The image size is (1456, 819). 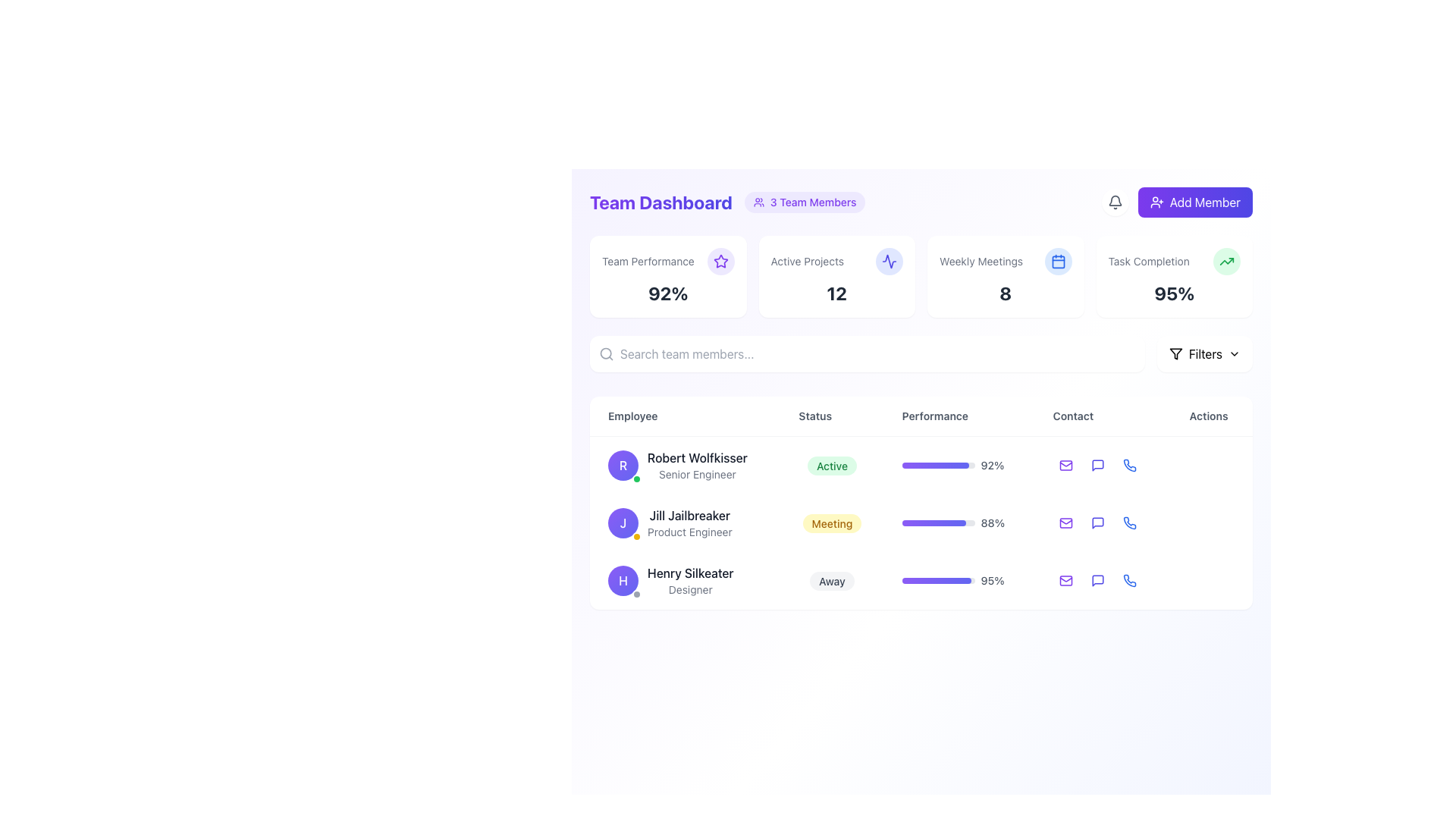 I want to click on the phone call icon located in the 'Actions' column for the user 'Henry Silkeater', so click(x=1129, y=464).